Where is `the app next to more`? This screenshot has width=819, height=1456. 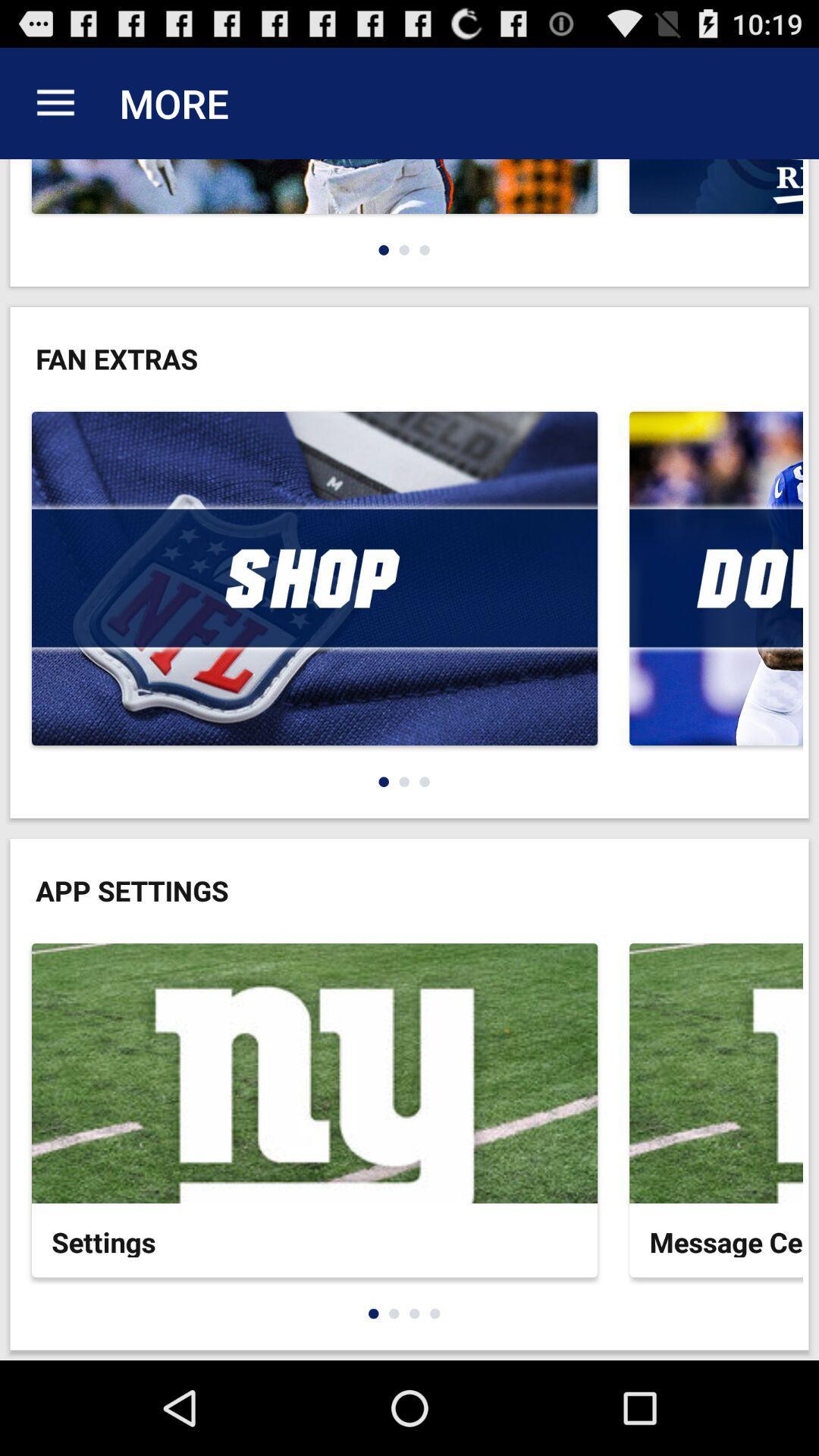 the app next to more is located at coordinates (55, 102).